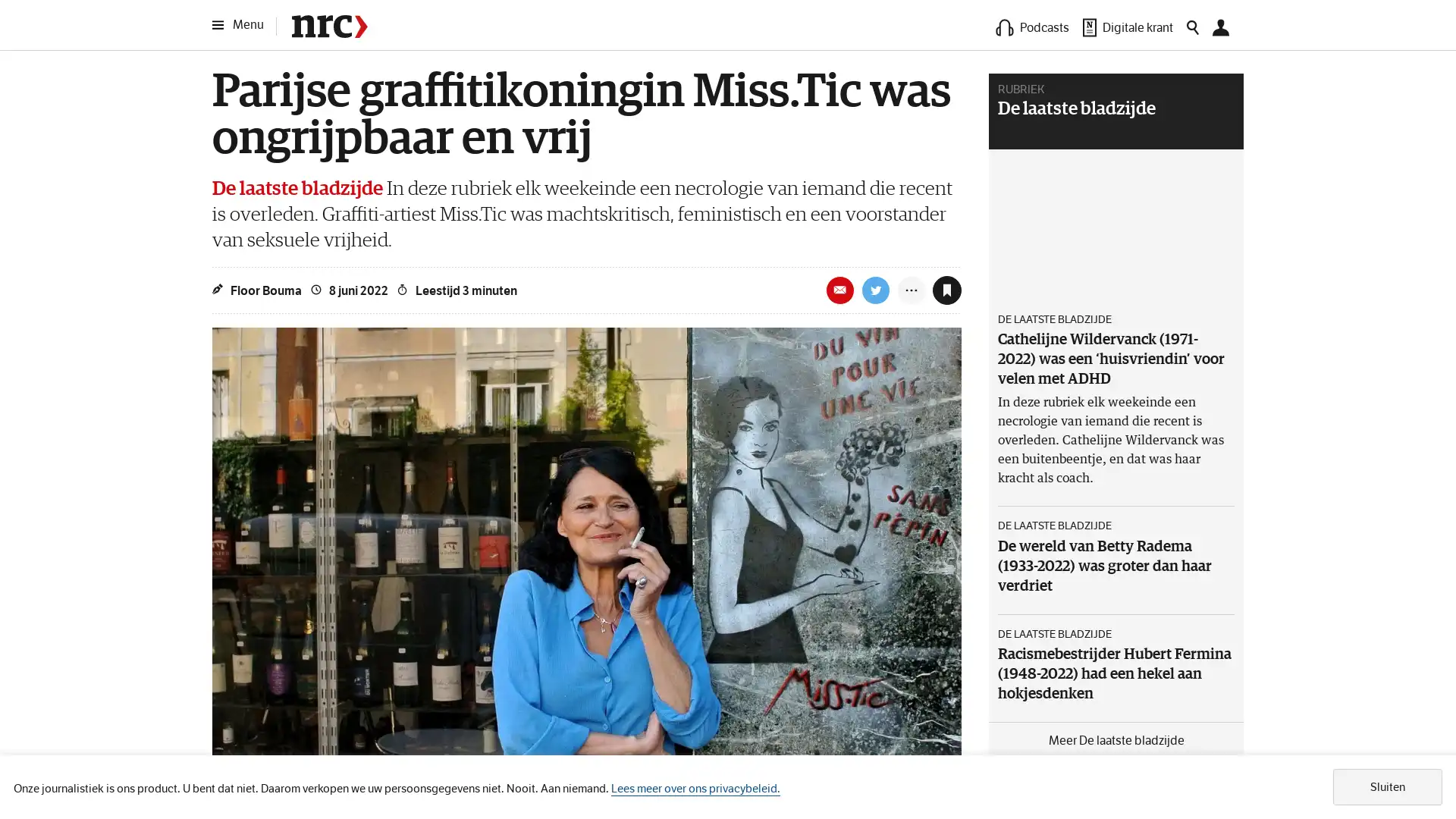 The width and height of the screenshot is (1456, 819). What do you see at coordinates (1192, 27) in the screenshot?
I see `Zoeken` at bounding box center [1192, 27].